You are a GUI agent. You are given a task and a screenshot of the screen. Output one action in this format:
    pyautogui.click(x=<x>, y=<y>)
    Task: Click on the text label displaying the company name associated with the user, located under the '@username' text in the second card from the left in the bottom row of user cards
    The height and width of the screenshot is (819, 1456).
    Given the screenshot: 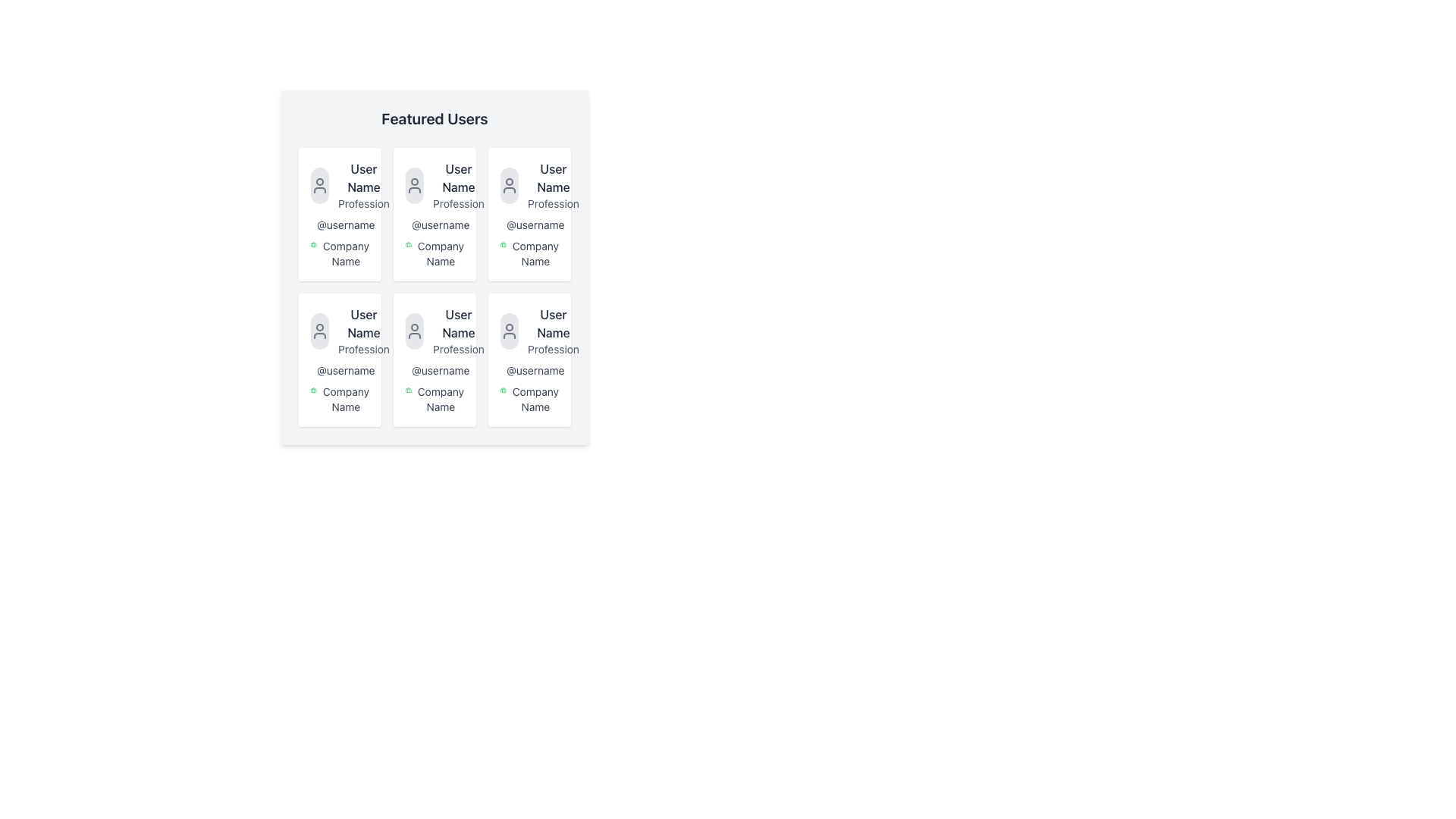 What is the action you would take?
    pyautogui.click(x=339, y=399)
    